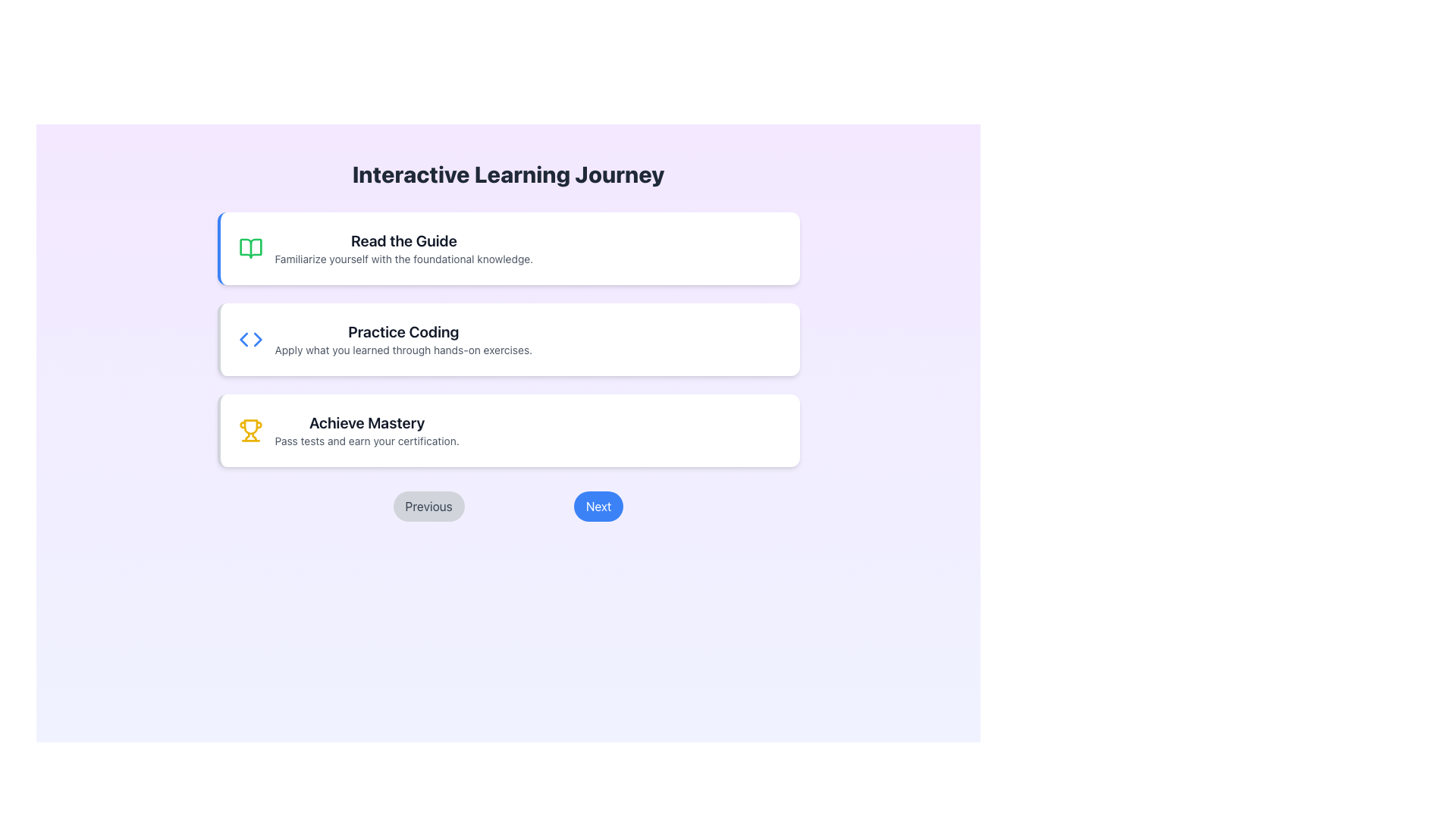 The image size is (1456, 819). What do you see at coordinates (508, 338) in the screenshot?
I see `the 'Practice Coding' card component, which is the middle card in a vertical stack of three cards under the header 'Interactive Learning Journey'` at bounding box center [508, 338].